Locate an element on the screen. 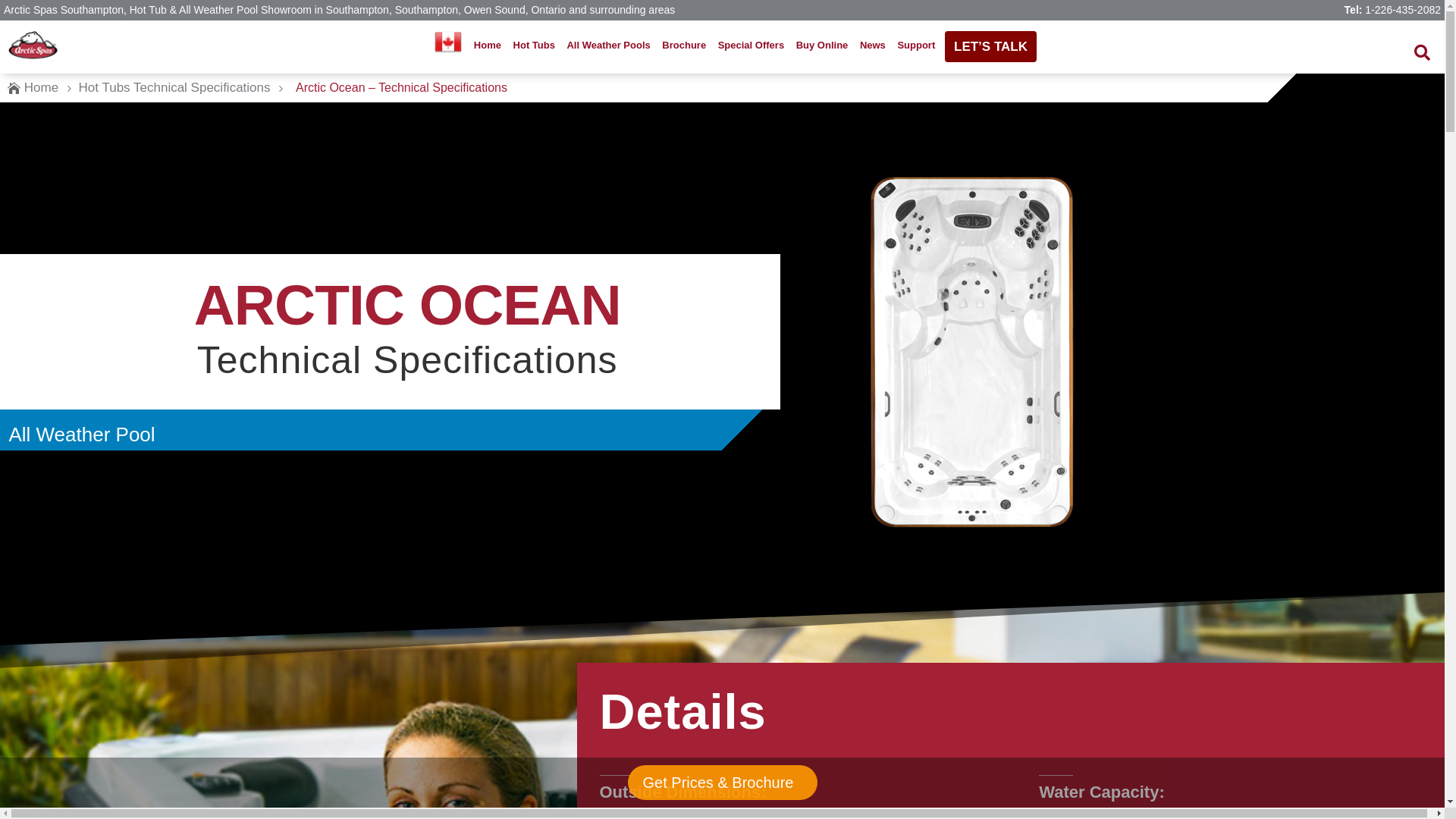  'Brochure' is located at coordinates (683, 44).